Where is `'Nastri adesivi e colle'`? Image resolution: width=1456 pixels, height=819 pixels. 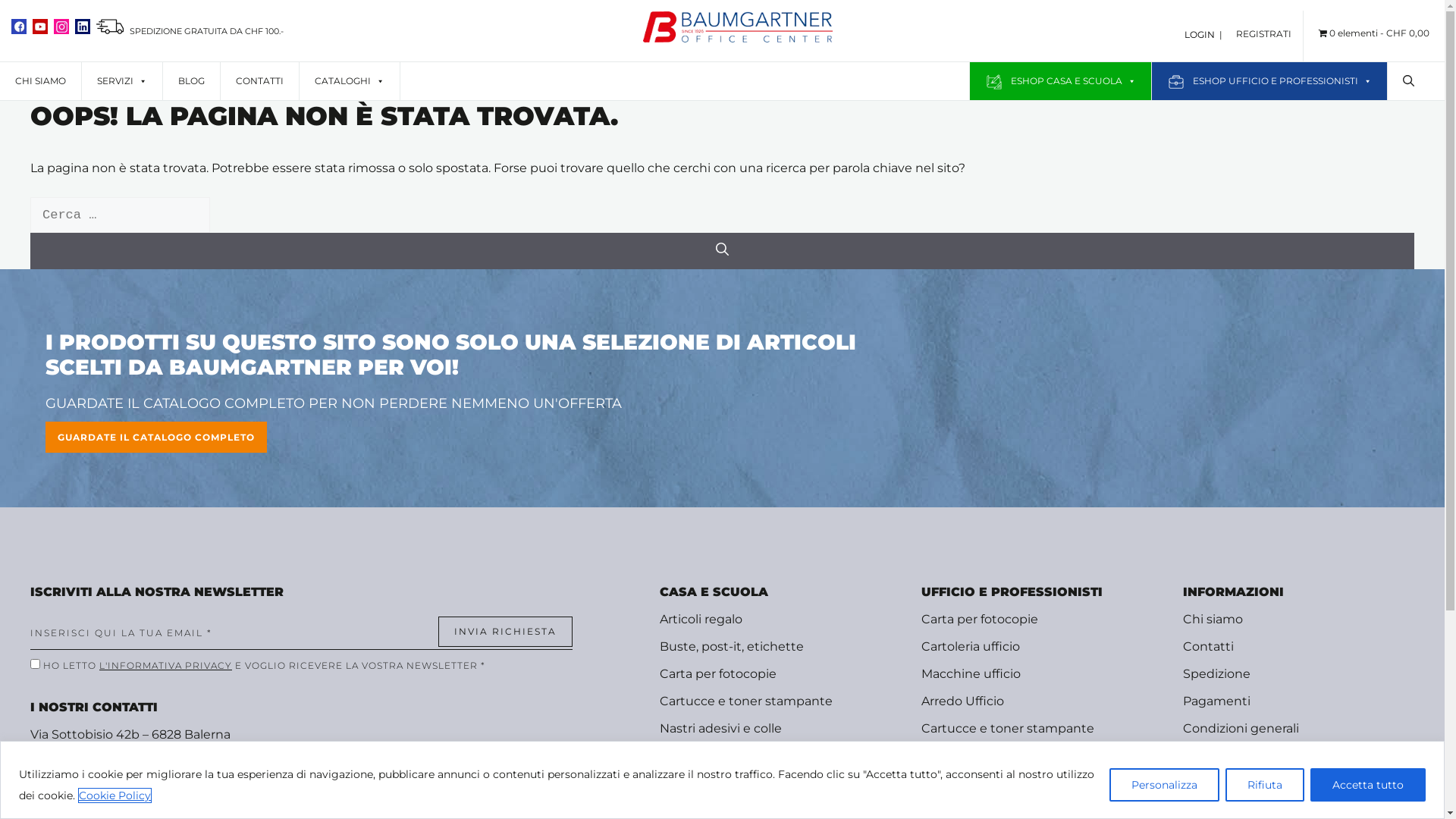 'Nastri adesivi e colle' is located at coordinates (720, 727).